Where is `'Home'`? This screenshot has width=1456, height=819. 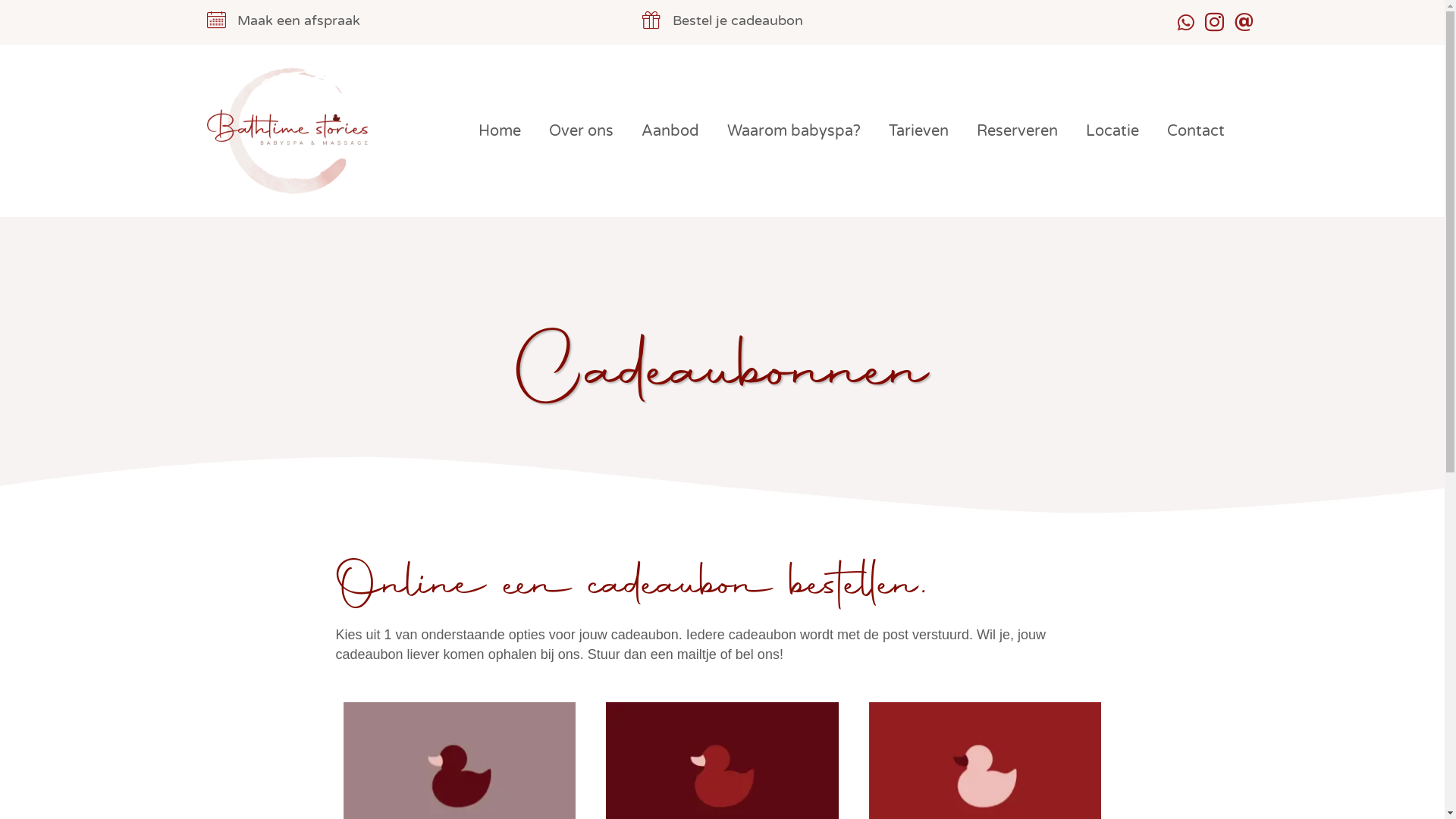
'Home' is located at coordinates (498, 130).